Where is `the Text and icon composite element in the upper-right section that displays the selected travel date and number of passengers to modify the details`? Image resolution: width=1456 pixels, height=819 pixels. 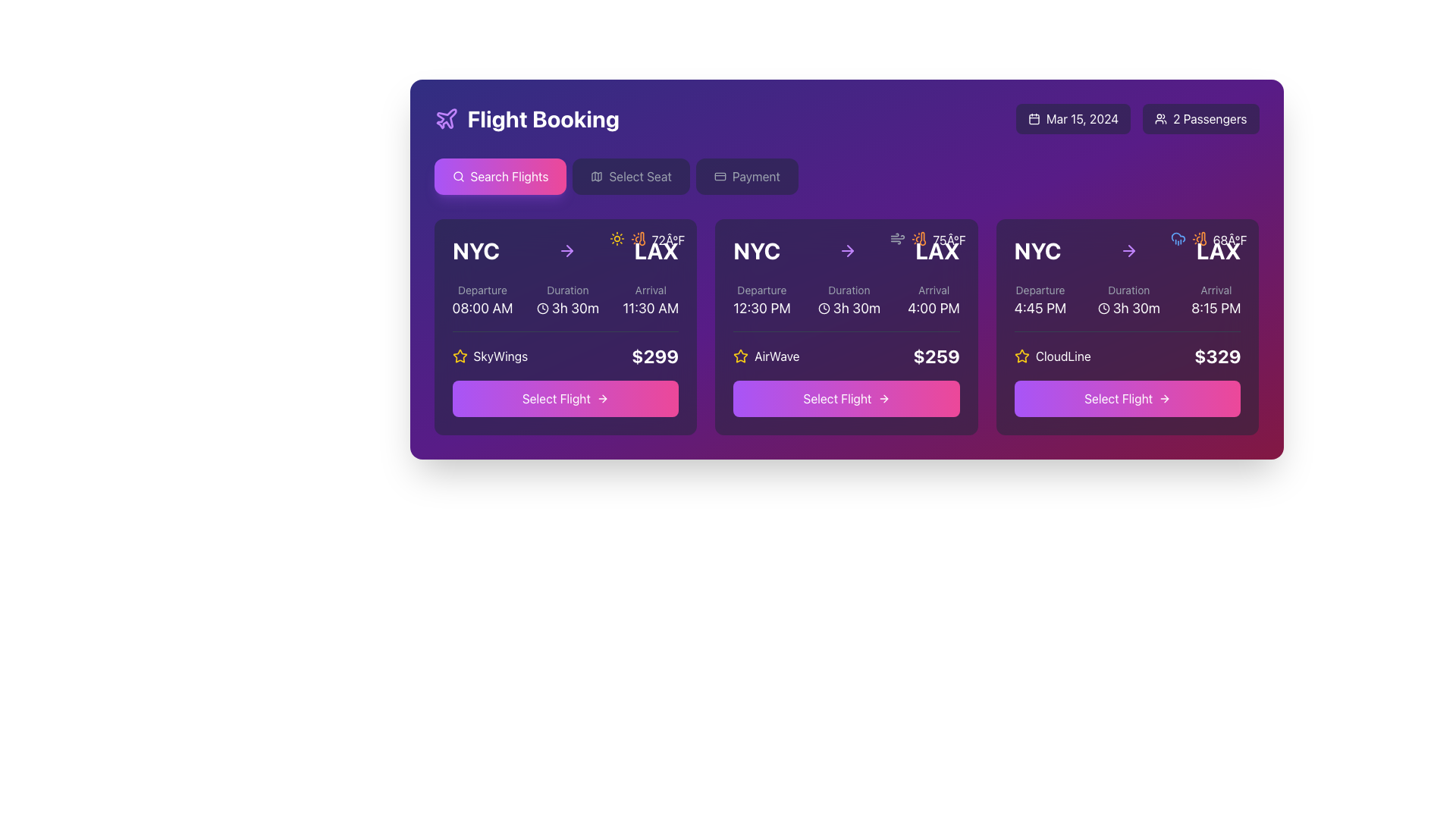
the Text and icon composite element in the upper-right section that displays the selected travel date and number of passengers to modify the details is located at coordinates (1137, 118).